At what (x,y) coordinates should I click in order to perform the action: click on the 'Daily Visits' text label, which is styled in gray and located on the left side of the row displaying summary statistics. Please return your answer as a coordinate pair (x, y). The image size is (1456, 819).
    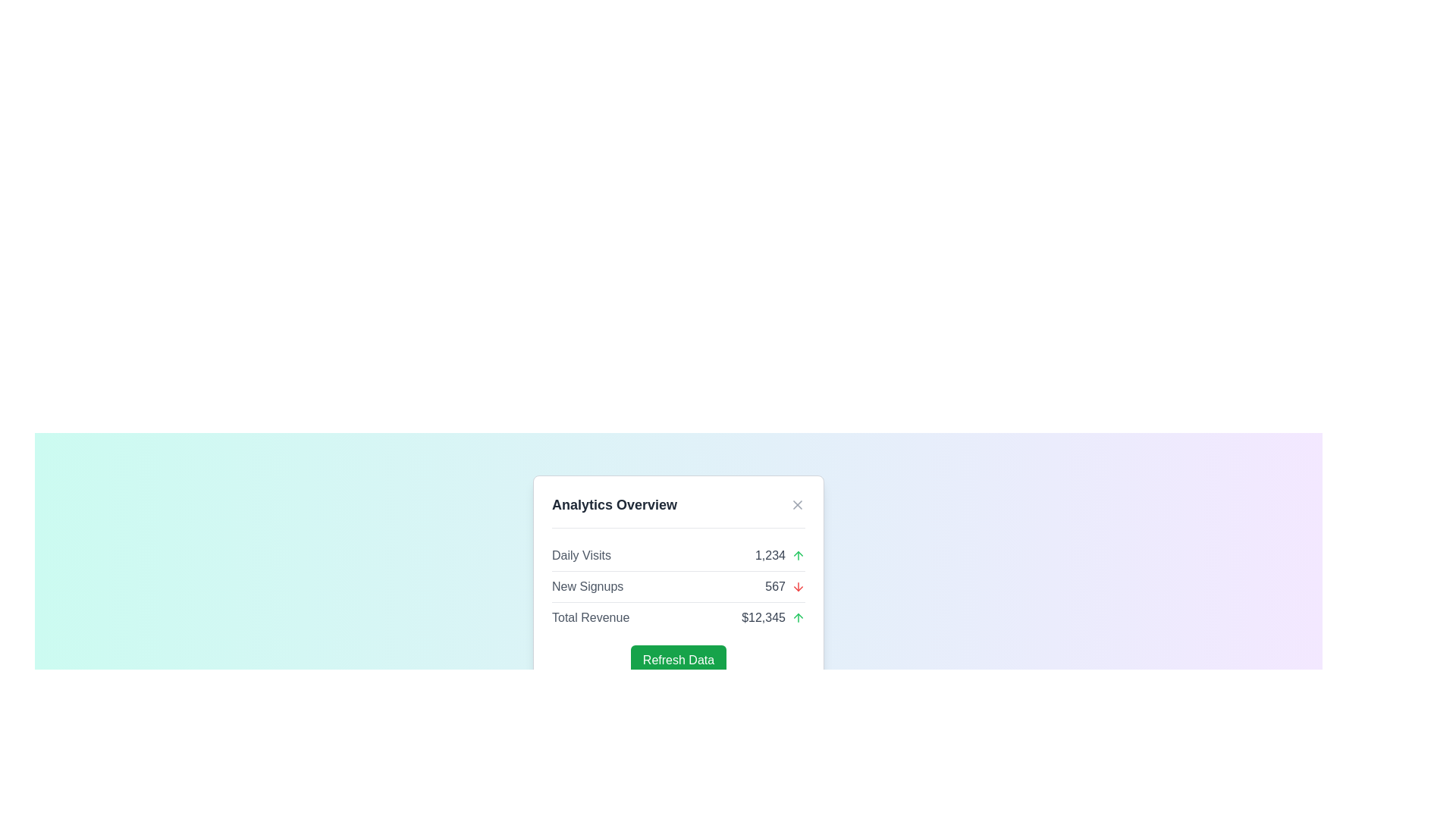
    Looking at the image, I should click on (581, 555).